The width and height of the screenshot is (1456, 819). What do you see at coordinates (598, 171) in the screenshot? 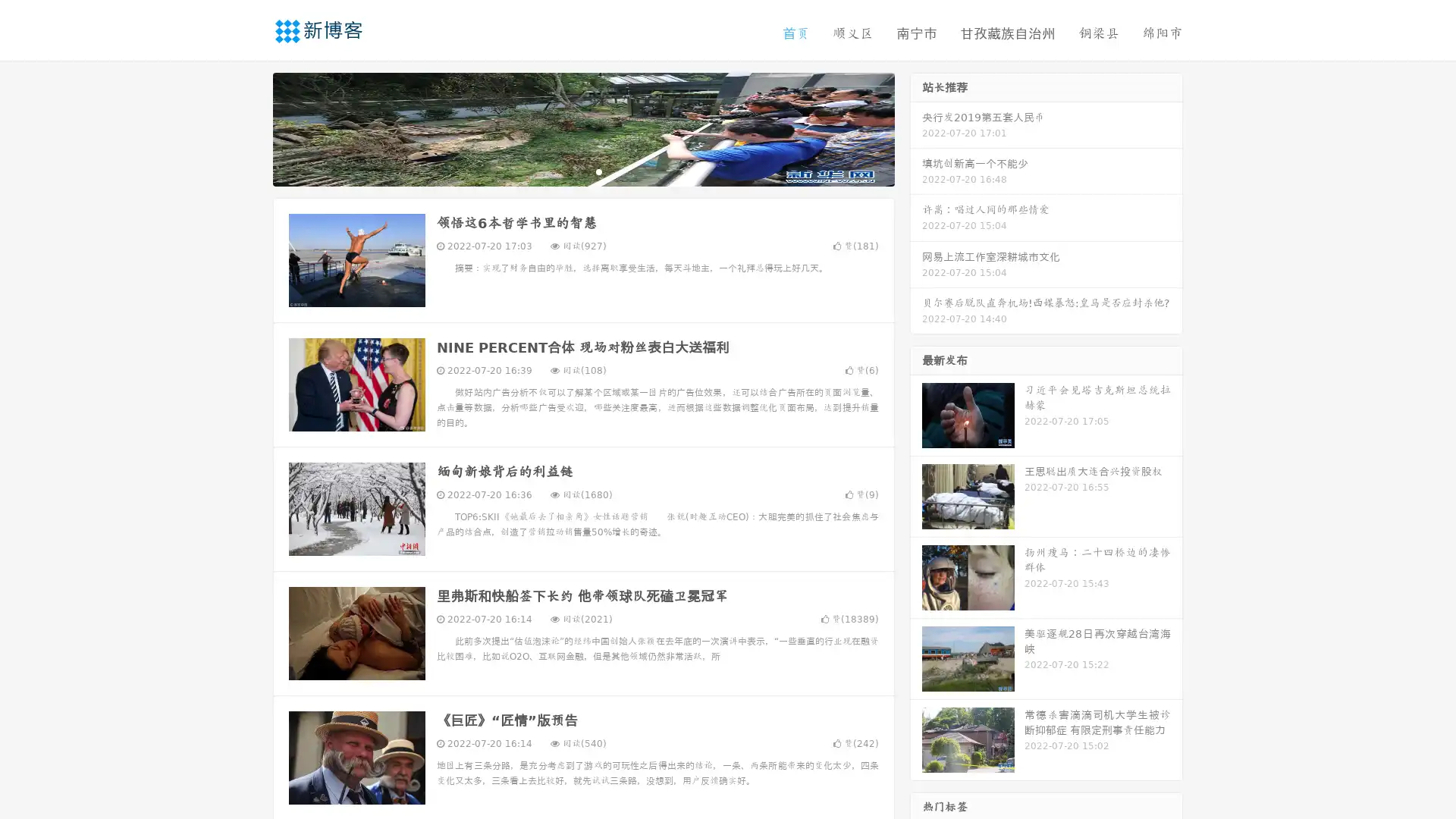
I see `Go to slide 3` at bounding box center [598, 171].